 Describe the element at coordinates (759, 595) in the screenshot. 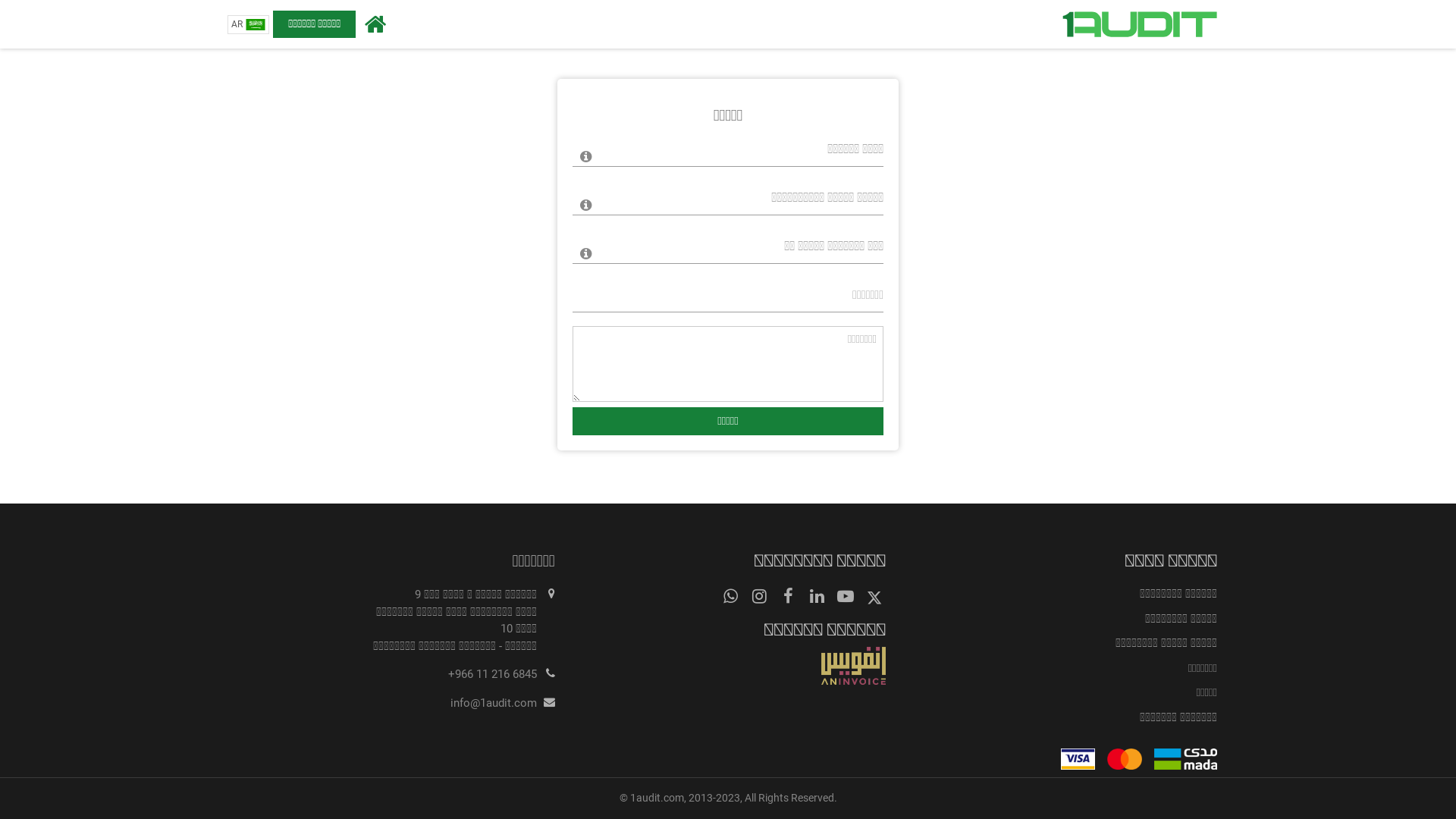

I see `'Instagram'` at that location.